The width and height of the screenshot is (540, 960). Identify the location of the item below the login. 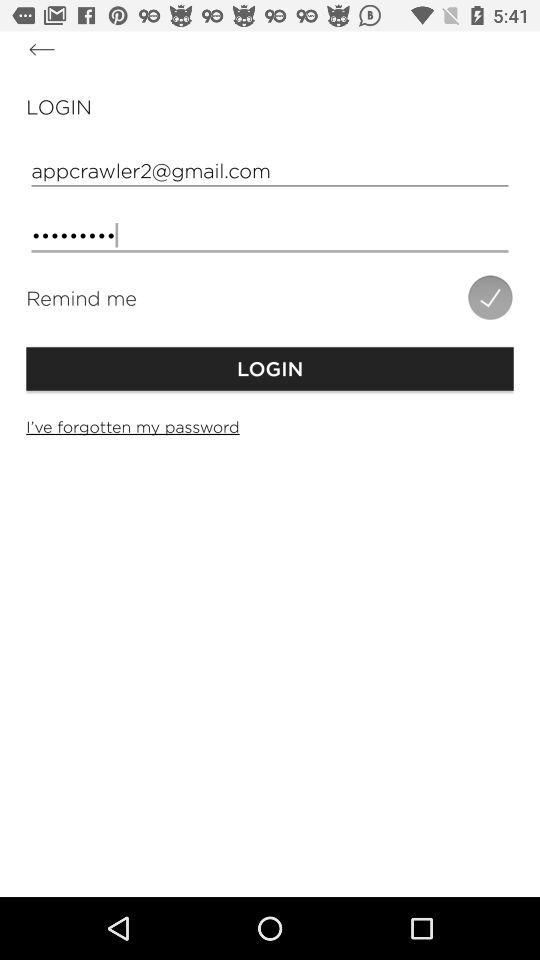
(270, 169).